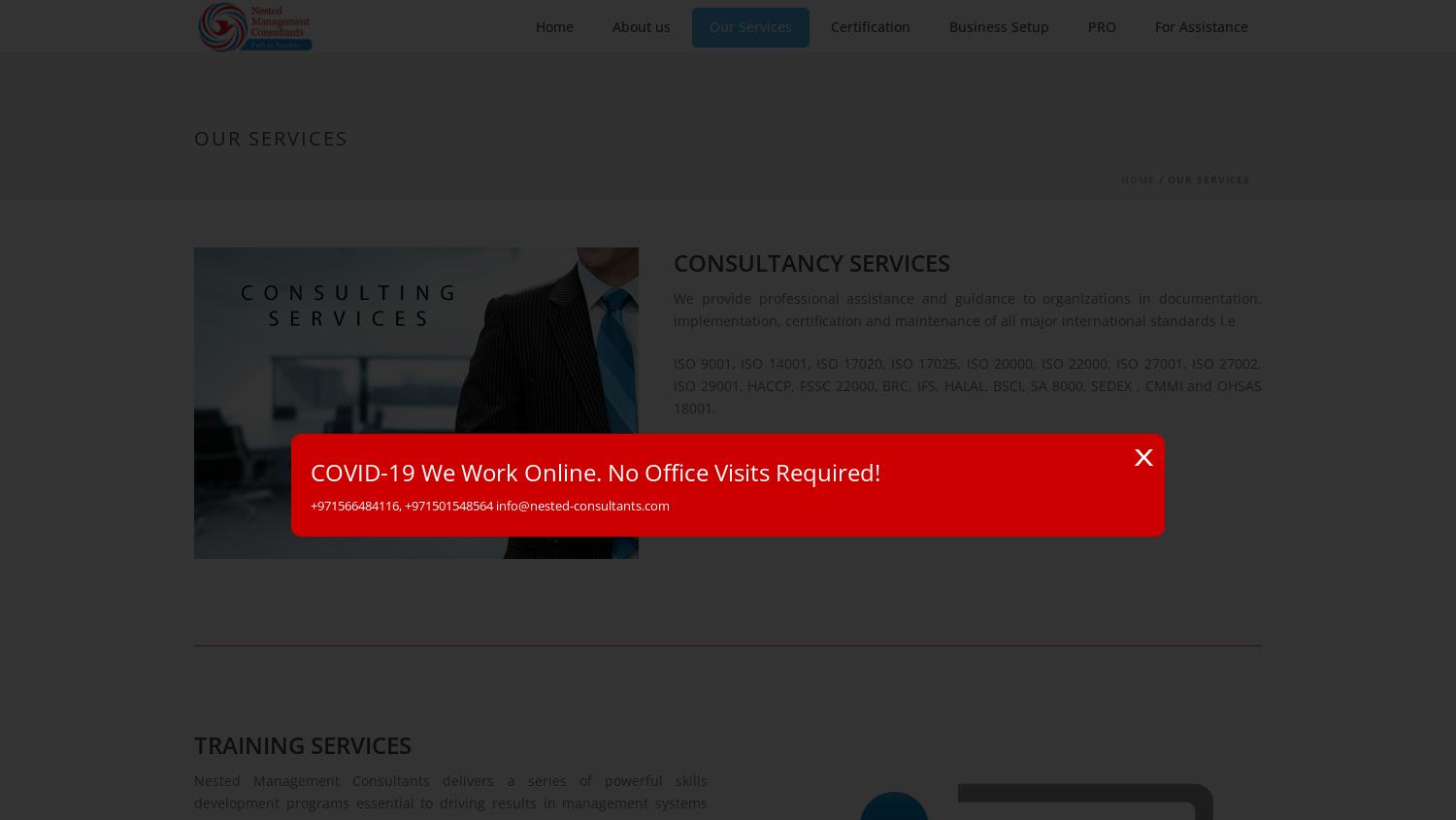 The height and width of the screenshot is (820, 1456). Describe the element at coordinates (967, 309) in the screenshot. I see `'We provide professional assistance and guidance to organizations in documentation, implementation, certification and maintenance of all major international standards i.e'` at that location.